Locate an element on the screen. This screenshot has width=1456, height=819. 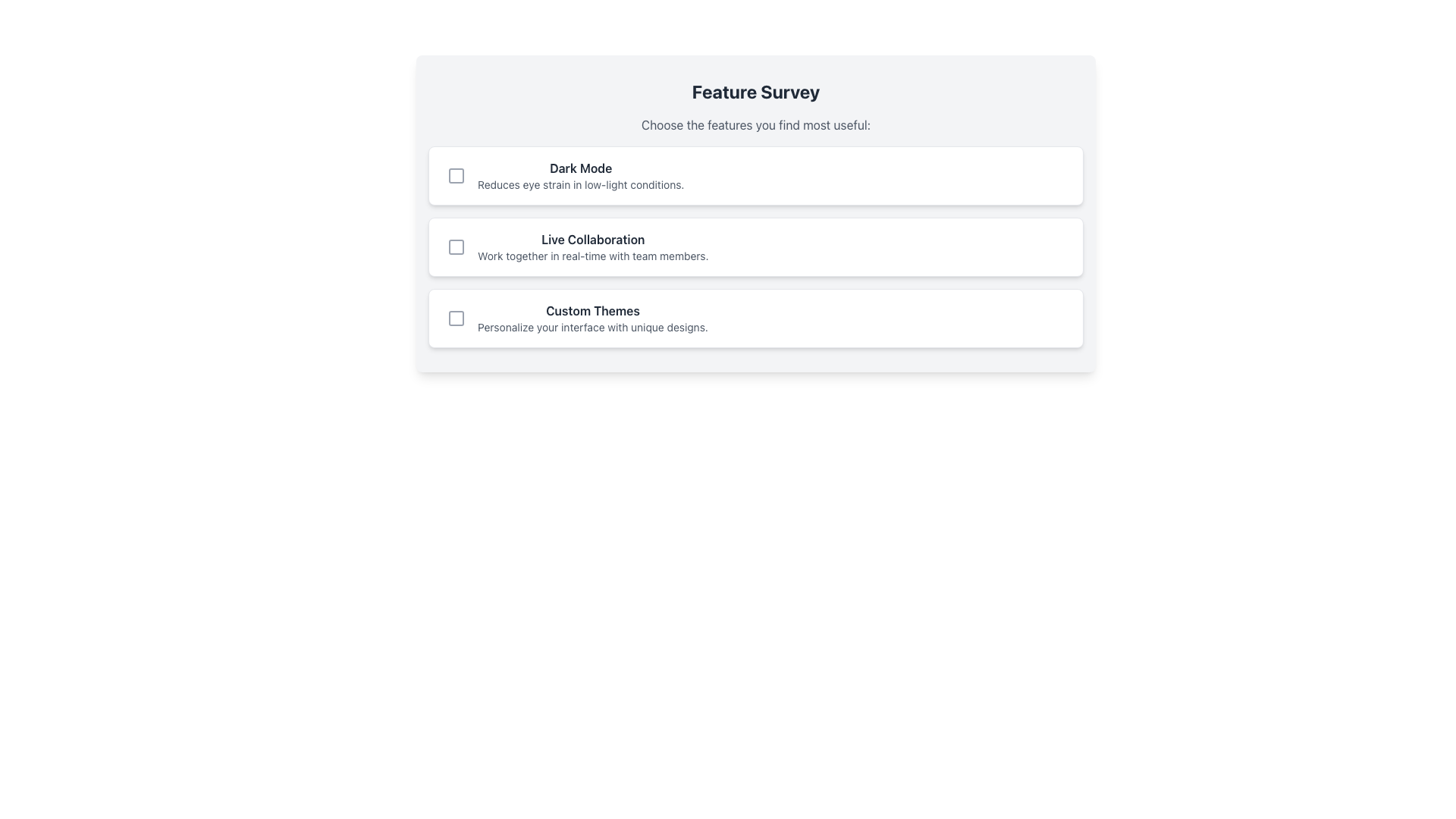
the Text Label element, which serves as the title or header for the feature described below it, positioned as the second feature in a vertical stack, directly under 'Dark Mode' and above 'Custom Themes.' is located at coordinates (592, 239).